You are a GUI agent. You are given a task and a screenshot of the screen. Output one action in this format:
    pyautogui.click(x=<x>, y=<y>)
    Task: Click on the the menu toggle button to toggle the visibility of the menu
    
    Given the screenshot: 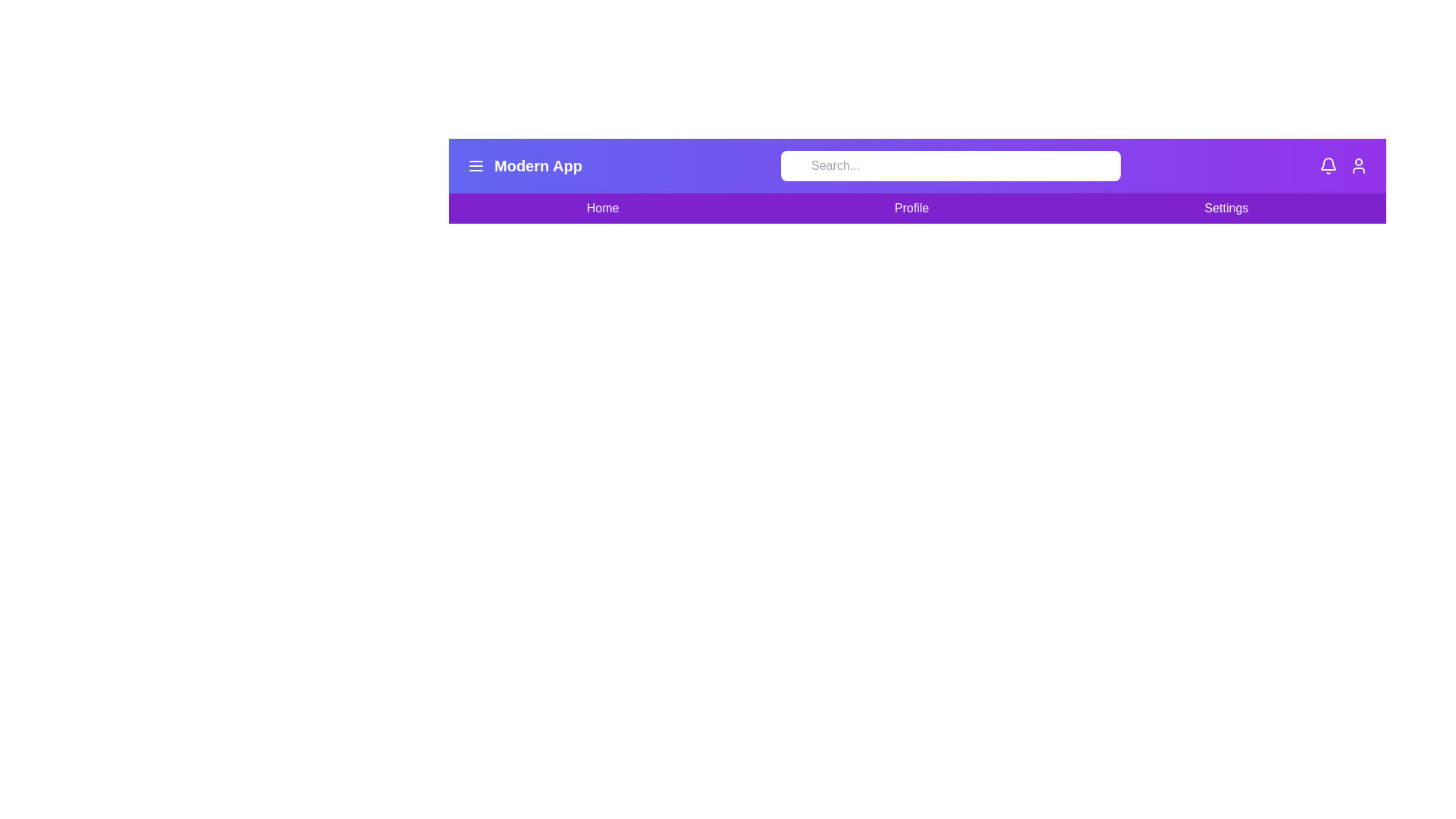 What is the action you would take?
    pyautogui.click(x=475, y=166)
    